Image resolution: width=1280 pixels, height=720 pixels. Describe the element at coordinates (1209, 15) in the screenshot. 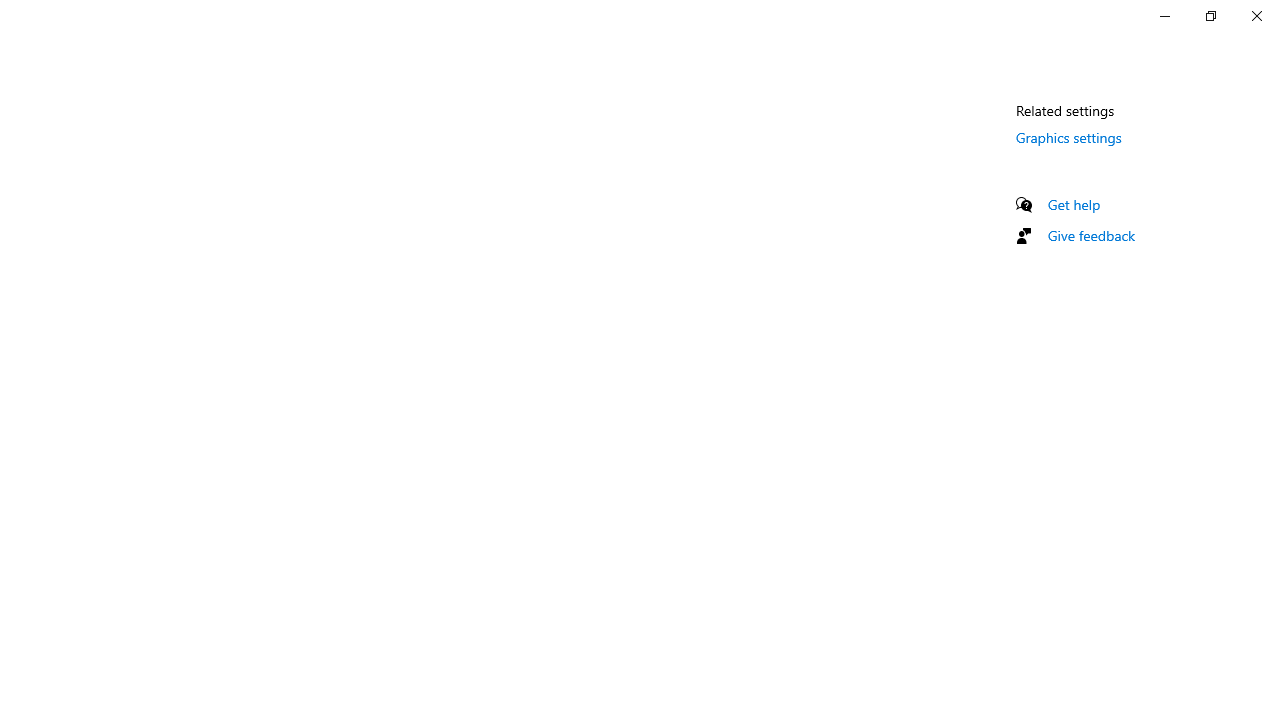

I see `'Restore Settings'` at that location.